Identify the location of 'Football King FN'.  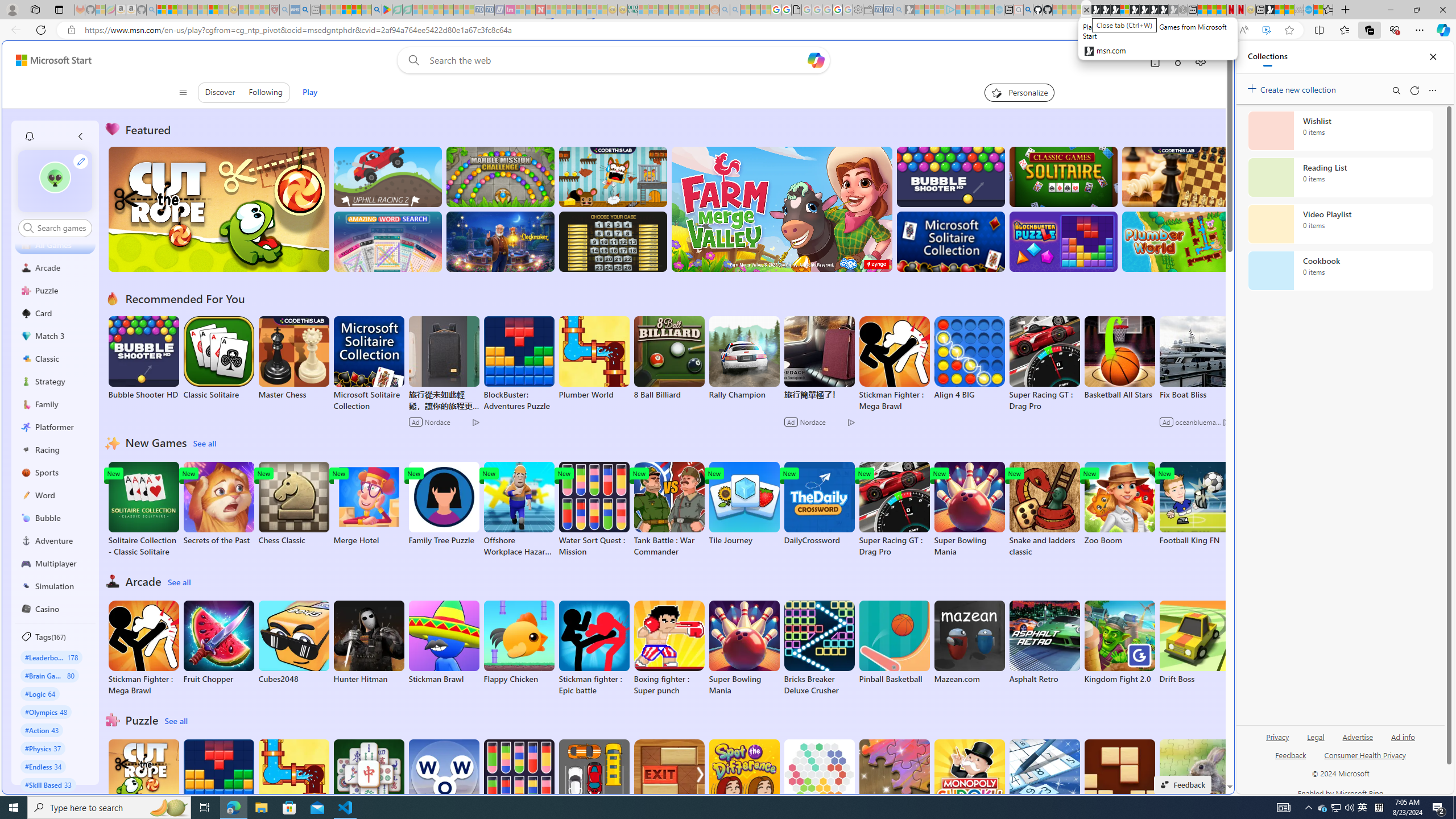
(1194, 503).